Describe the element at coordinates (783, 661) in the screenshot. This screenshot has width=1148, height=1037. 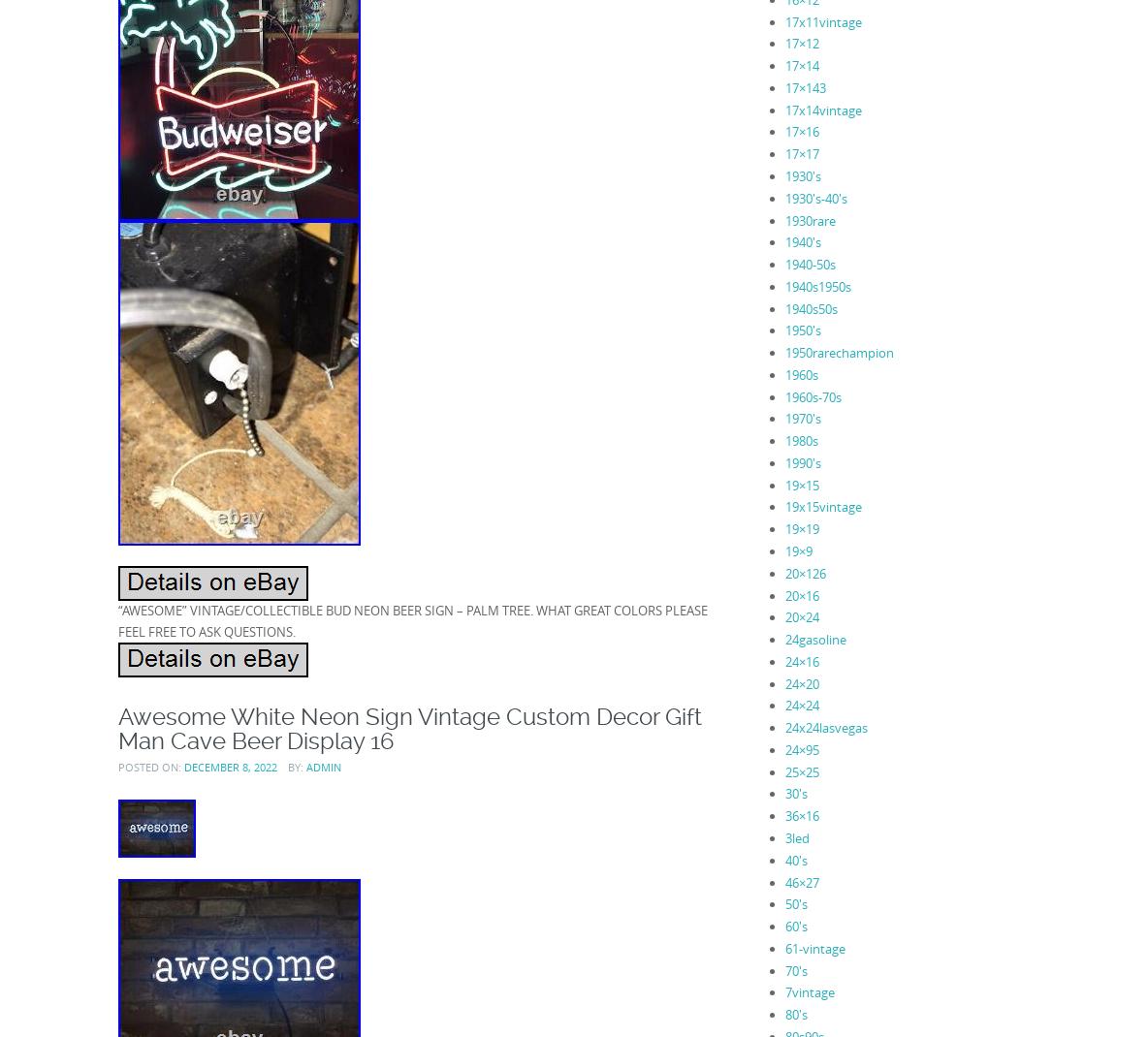
I see `'24×16'` at that location.